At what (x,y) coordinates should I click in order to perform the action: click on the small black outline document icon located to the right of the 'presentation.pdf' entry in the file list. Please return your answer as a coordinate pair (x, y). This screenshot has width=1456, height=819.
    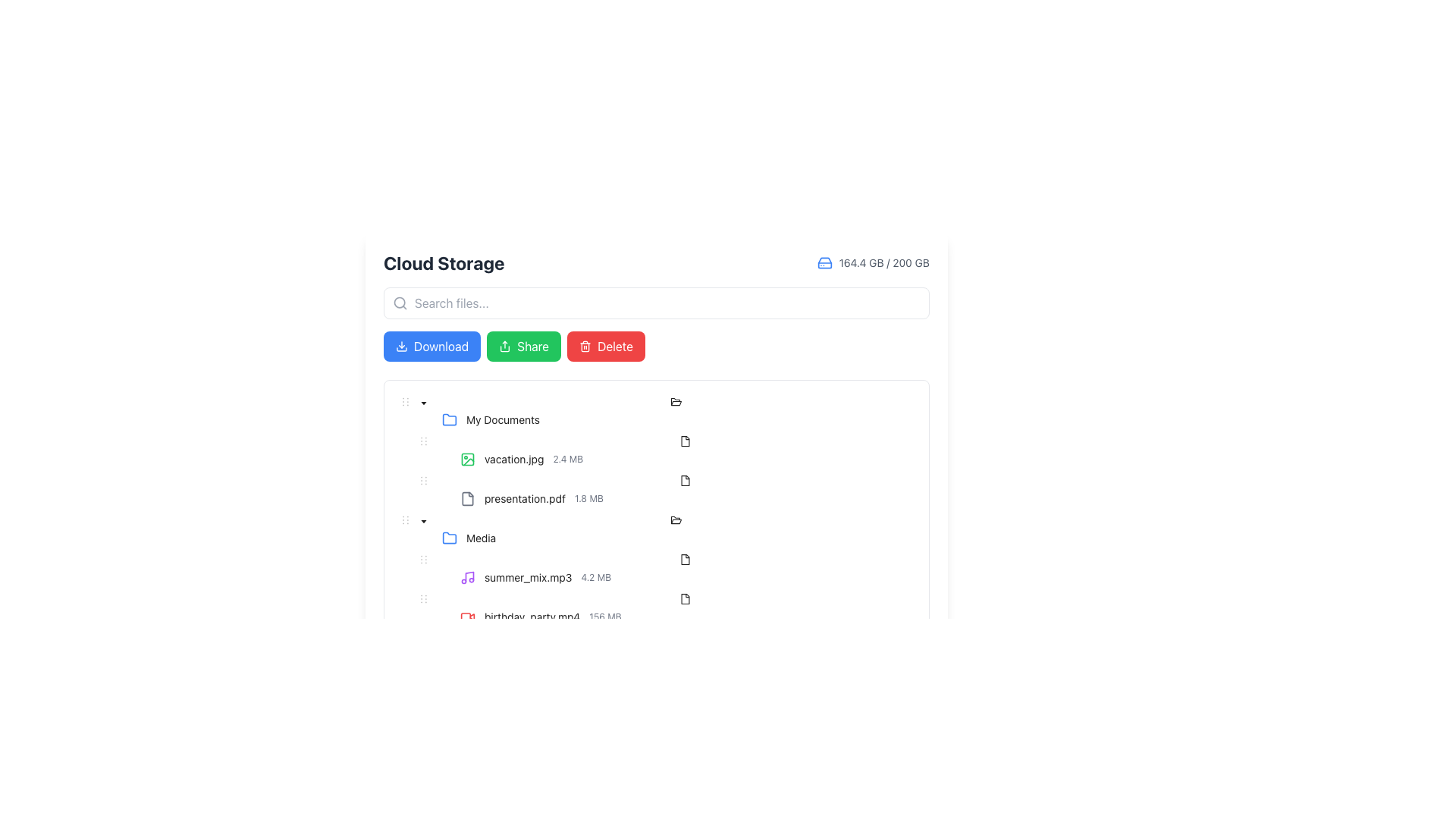
    Looking at the image, I should click on (684, 480).